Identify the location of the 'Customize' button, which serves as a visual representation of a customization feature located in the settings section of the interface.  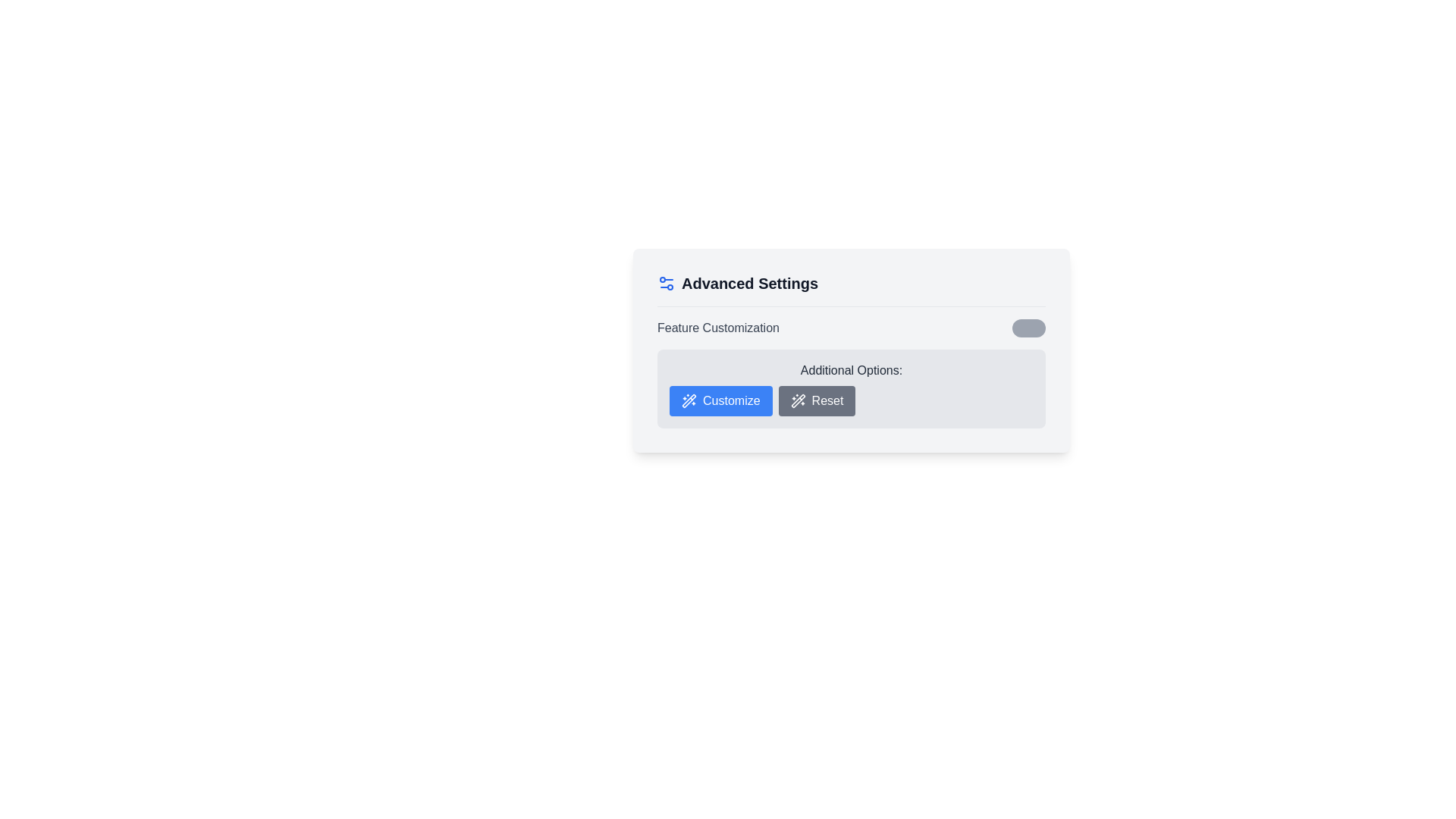
(688, 400).